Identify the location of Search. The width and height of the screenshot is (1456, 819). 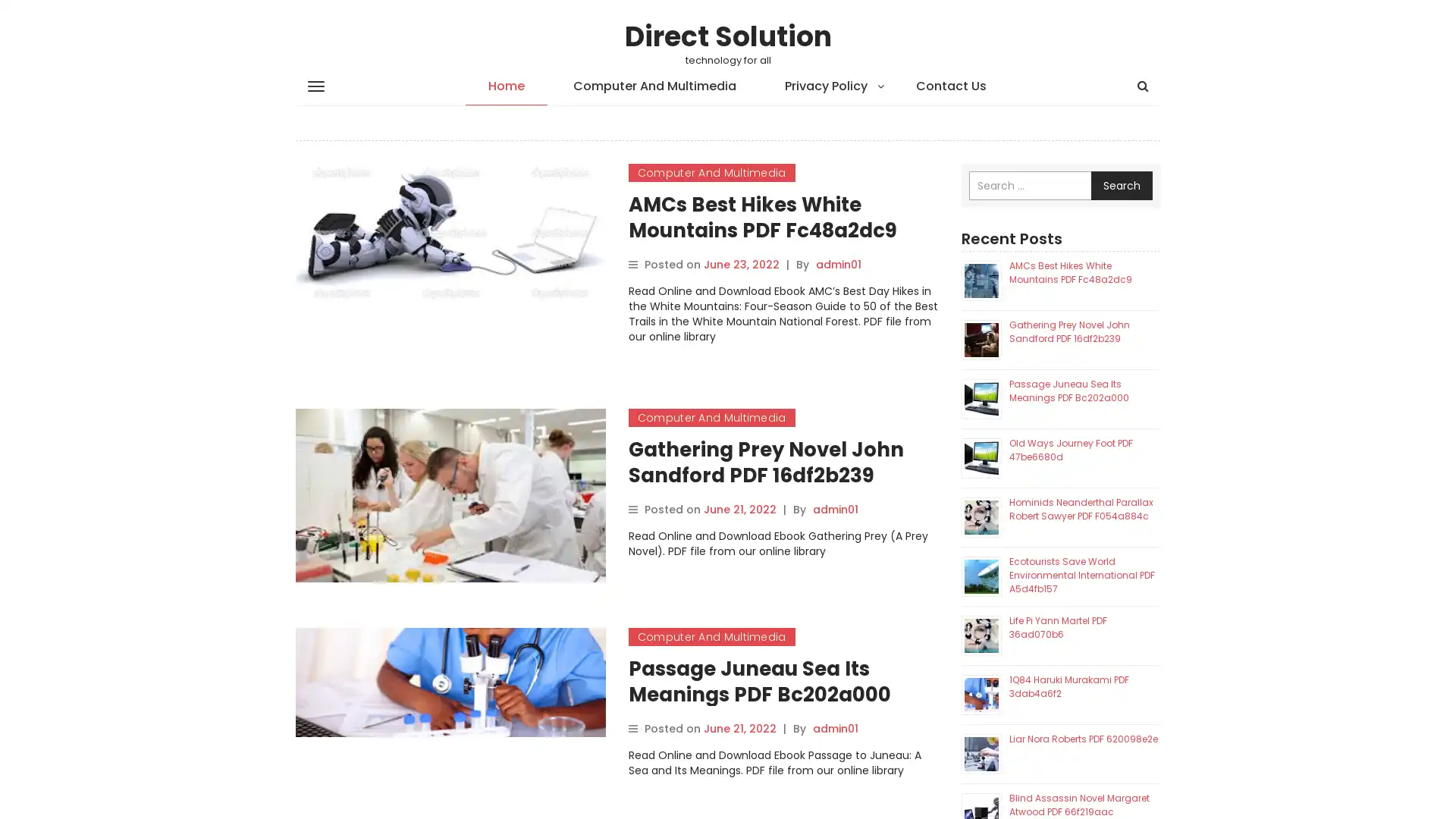
(1122, 185).